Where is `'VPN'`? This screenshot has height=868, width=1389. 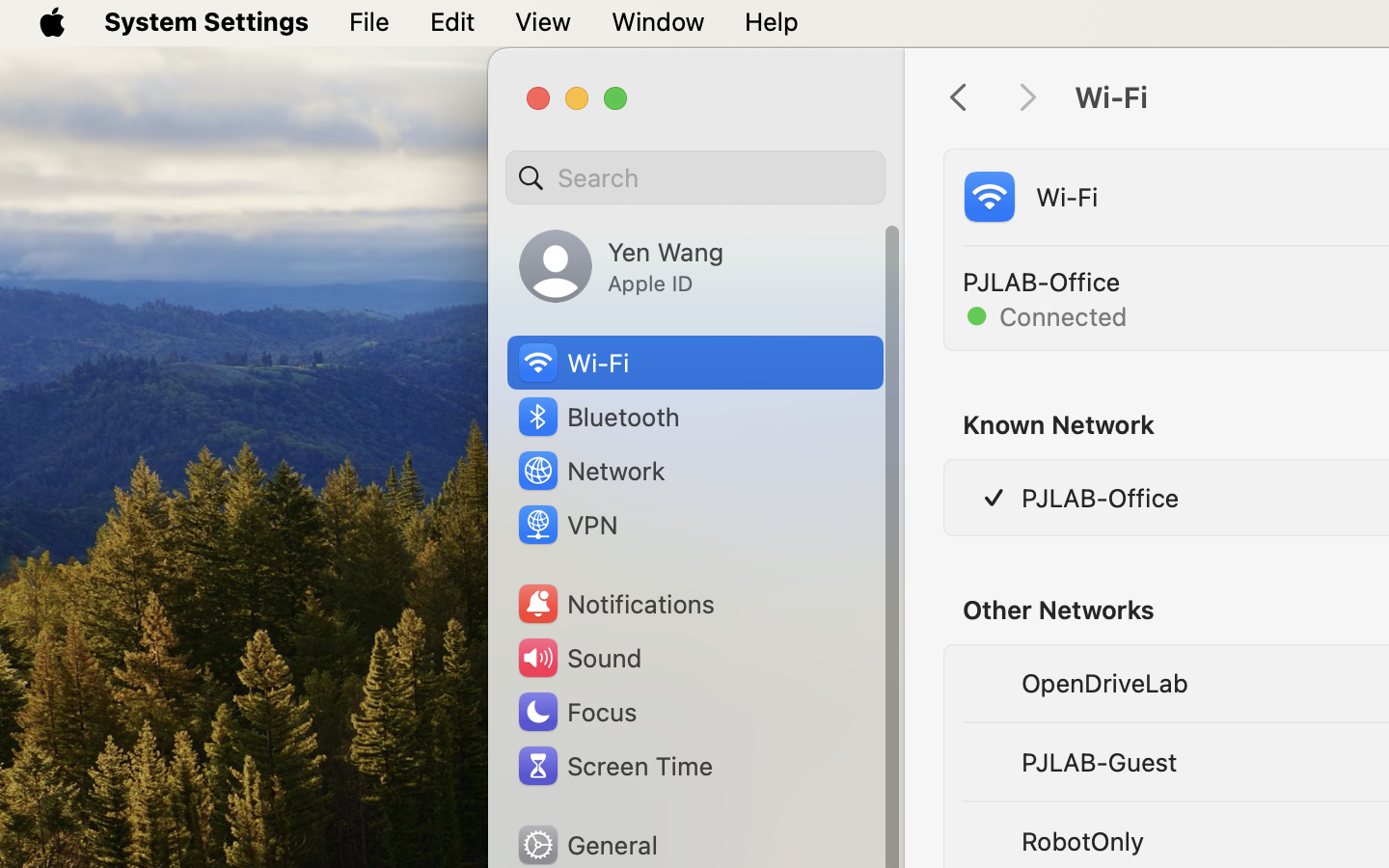
'VPN' is located at coordinates (565, 523).